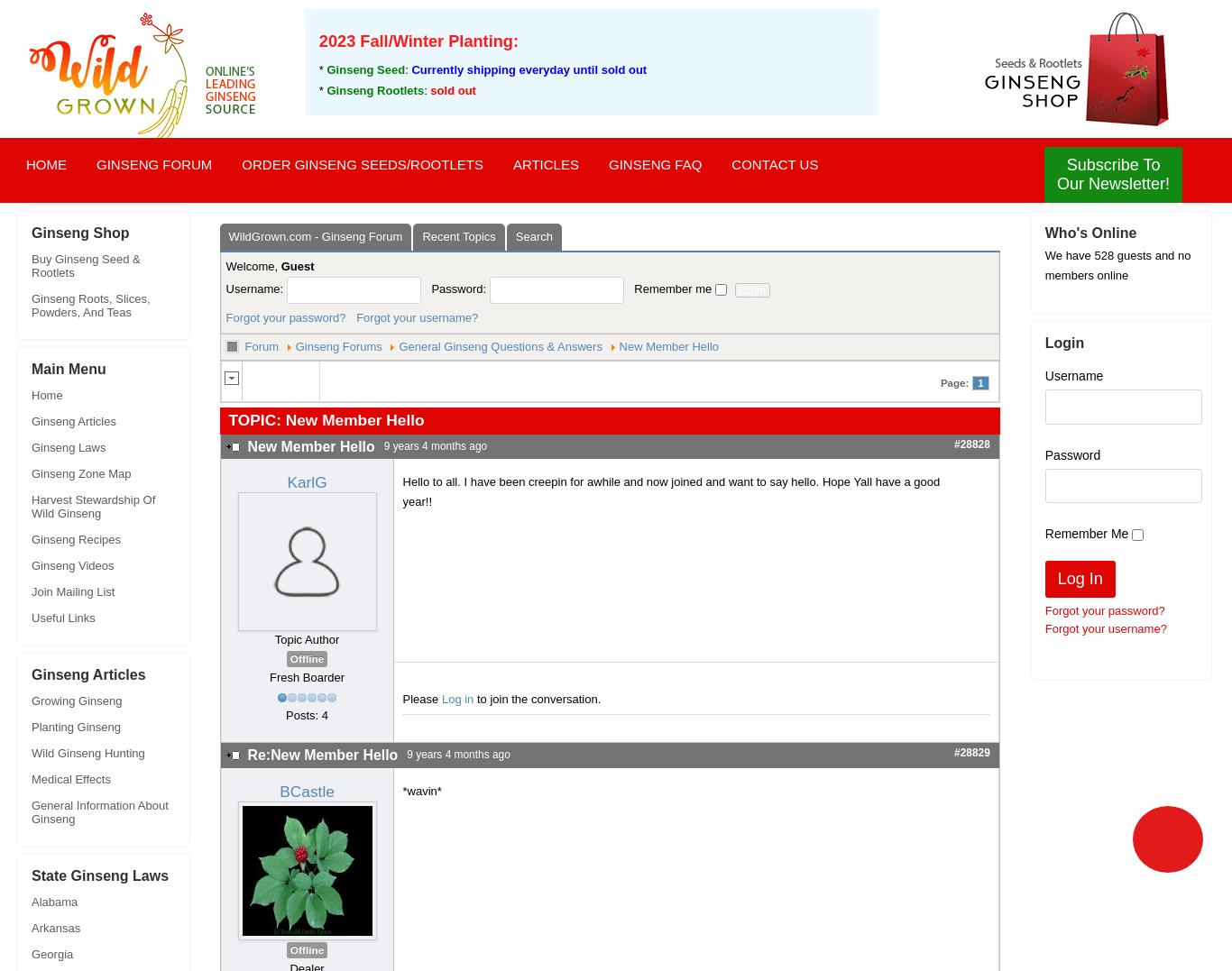 This screenshot has height=971, width=1232. Describe the element at coordinates (31, 447) in the screenshot. I see `'Ginseng Laws'` at that location.